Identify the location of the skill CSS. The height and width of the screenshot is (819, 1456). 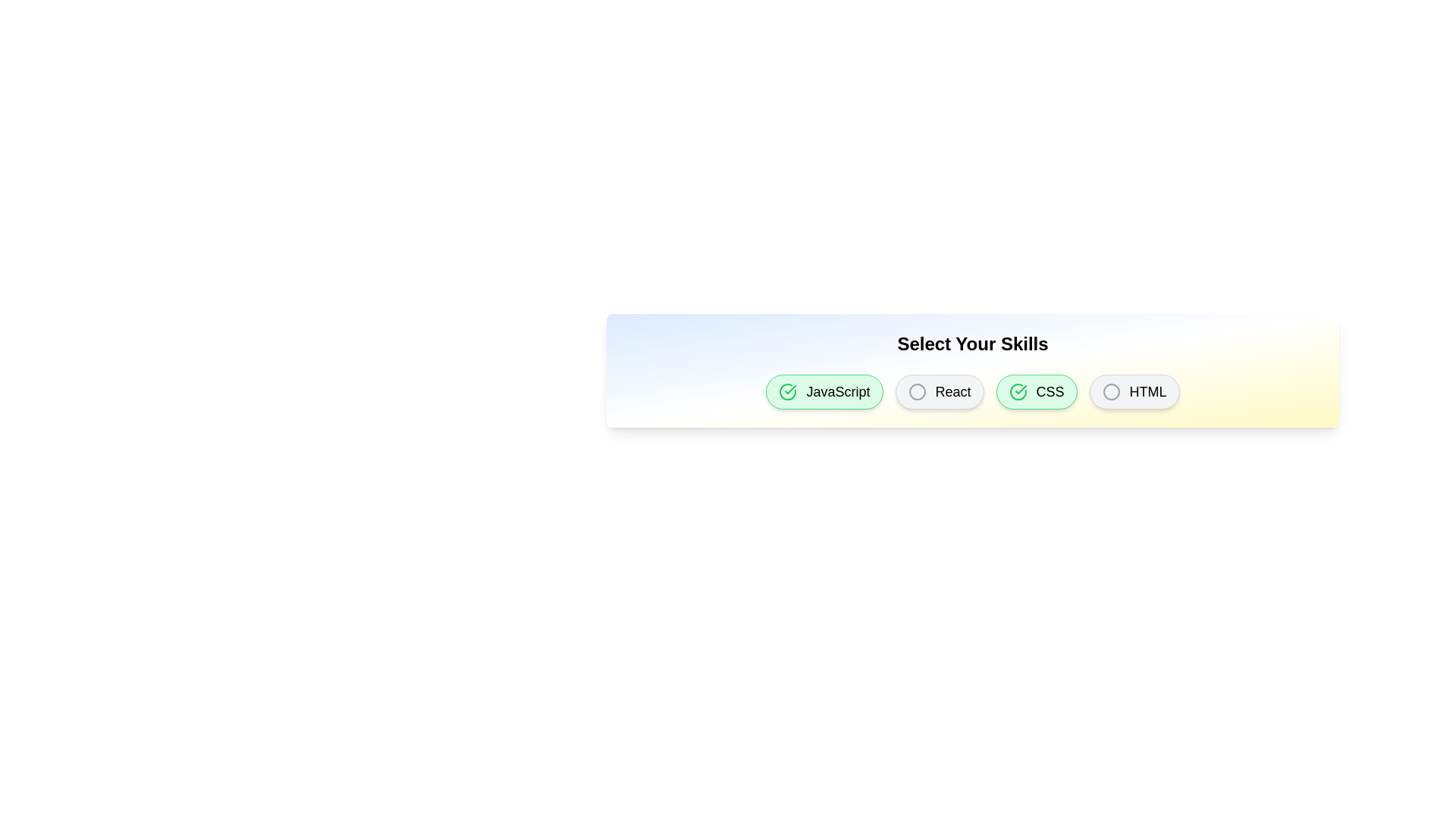
(1036, 391).